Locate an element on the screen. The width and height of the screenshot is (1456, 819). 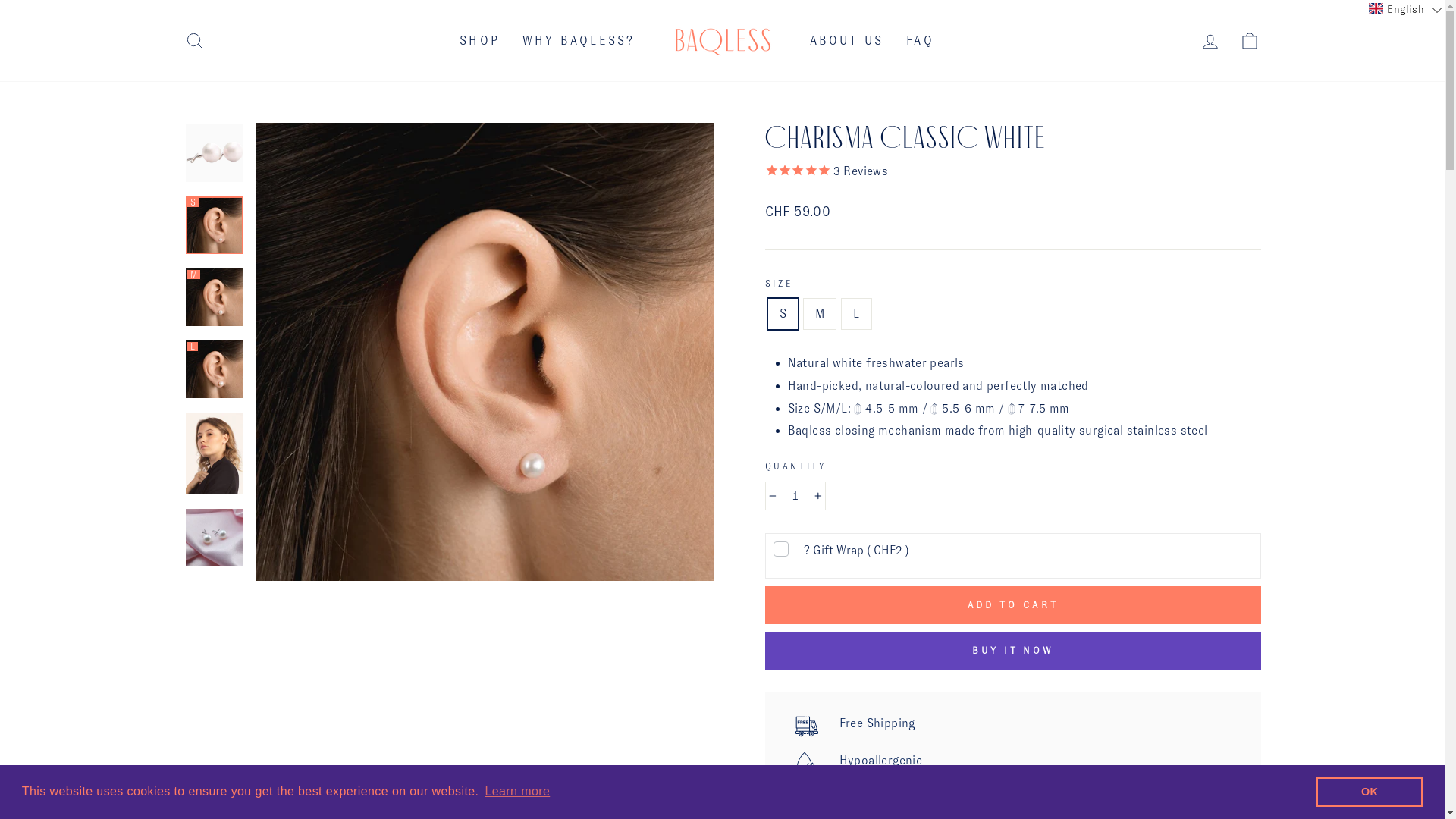
'CART' is located at coordinates (1249, 39).